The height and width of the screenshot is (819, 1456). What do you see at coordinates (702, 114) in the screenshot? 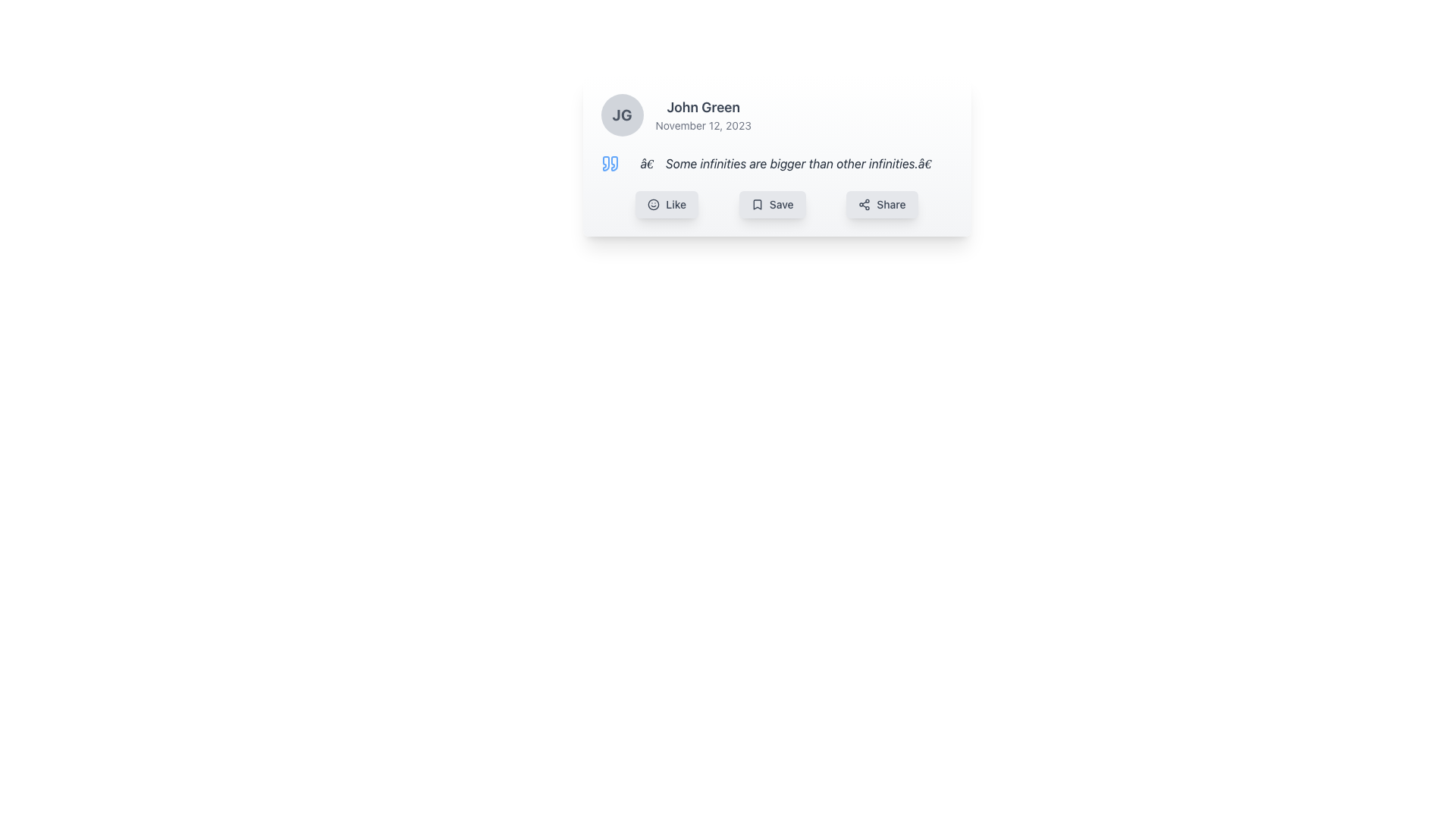
I see `text displayed next to the avatar with initials 'JG' in the upper portion of the card layout` at bounding box center [702, 114].